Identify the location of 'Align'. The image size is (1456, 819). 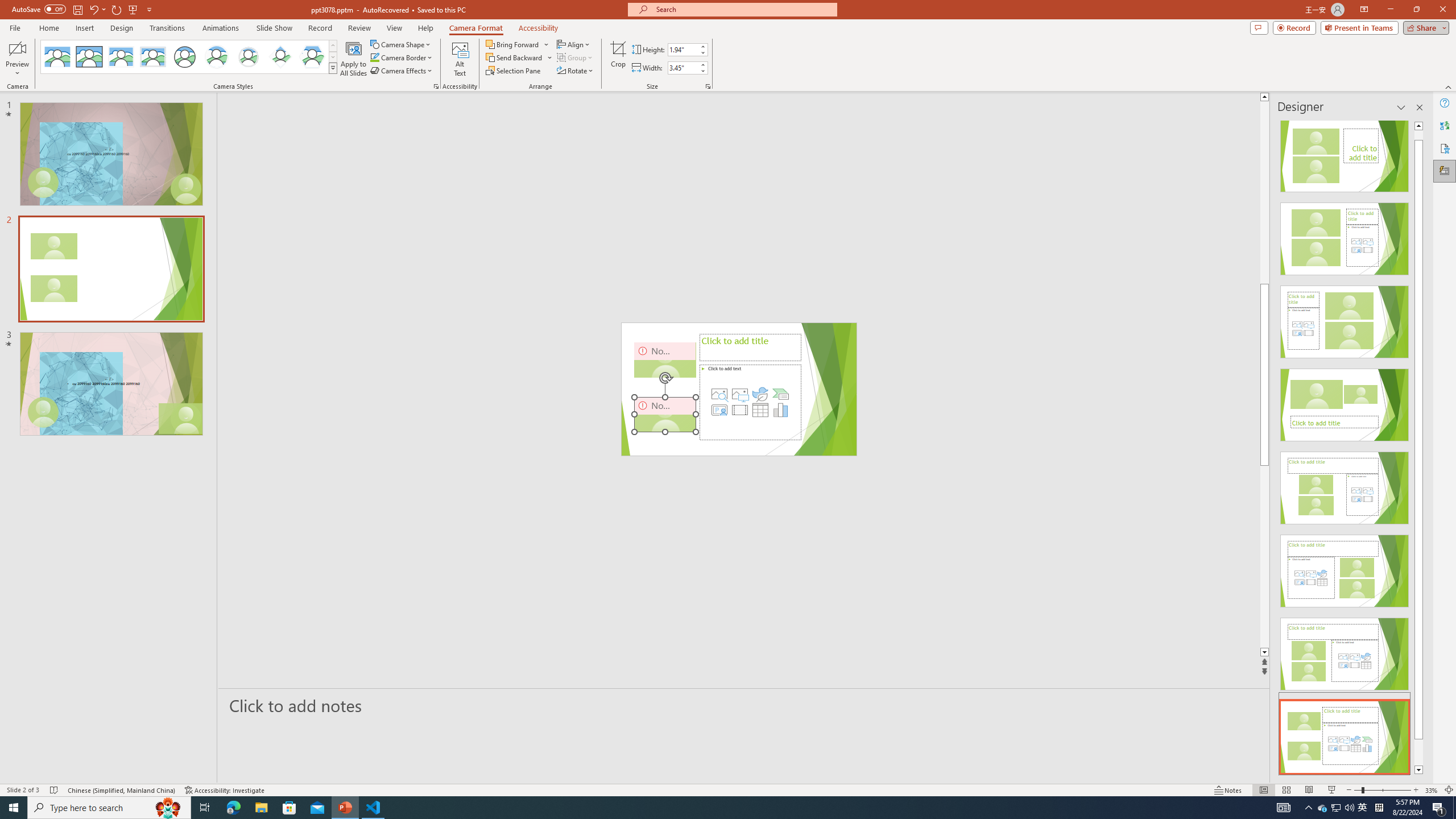
(573, 44).